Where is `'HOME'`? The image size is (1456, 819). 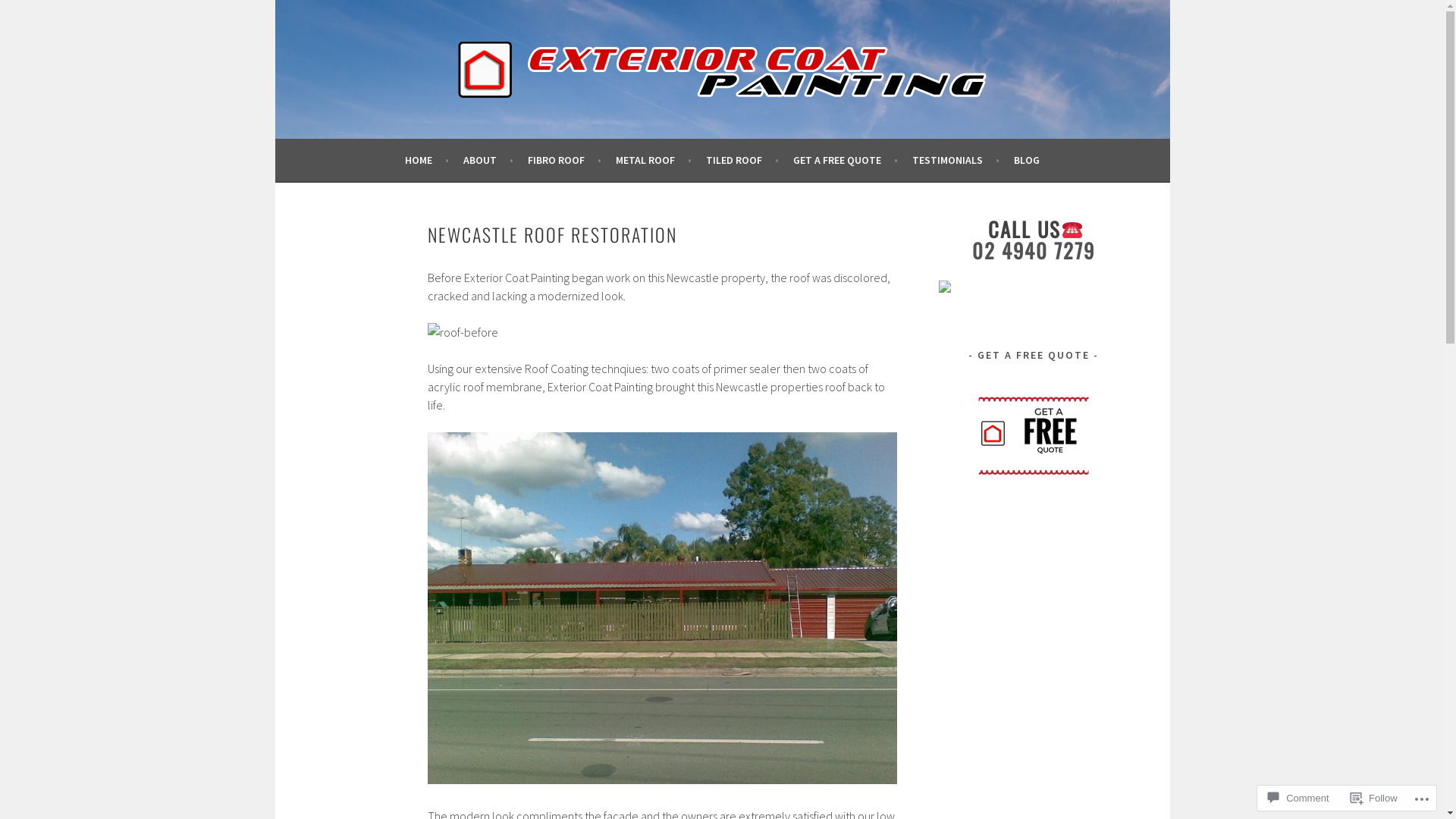
'HOME' is located at coordinates (425, 160).